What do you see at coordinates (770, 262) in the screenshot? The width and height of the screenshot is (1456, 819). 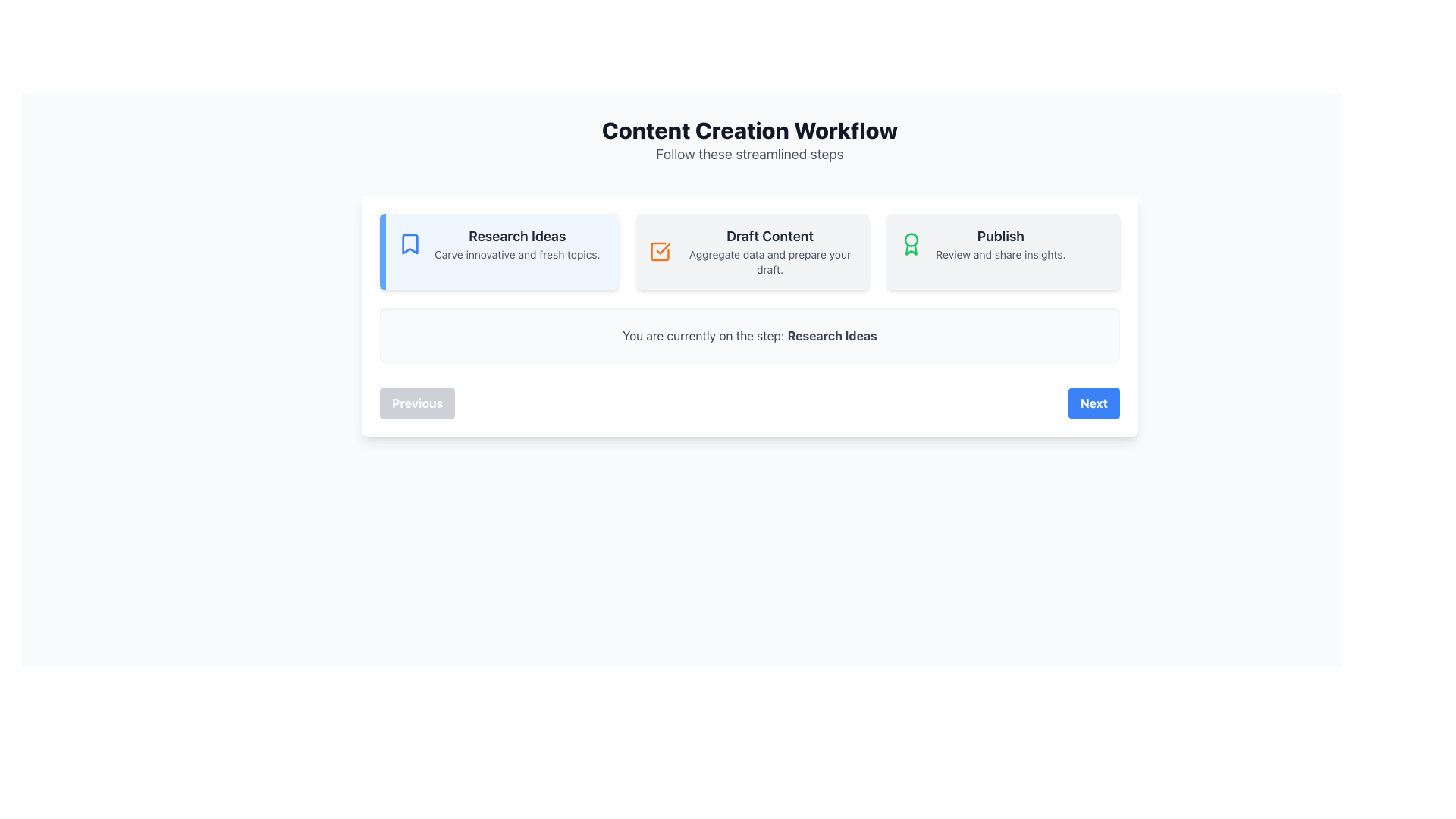 I see `text label that says 'Aggregate data and prepare your draft.', which is styled in gray font and located below the bold heading 'Draft Content'` at bounding box center [770, 262].